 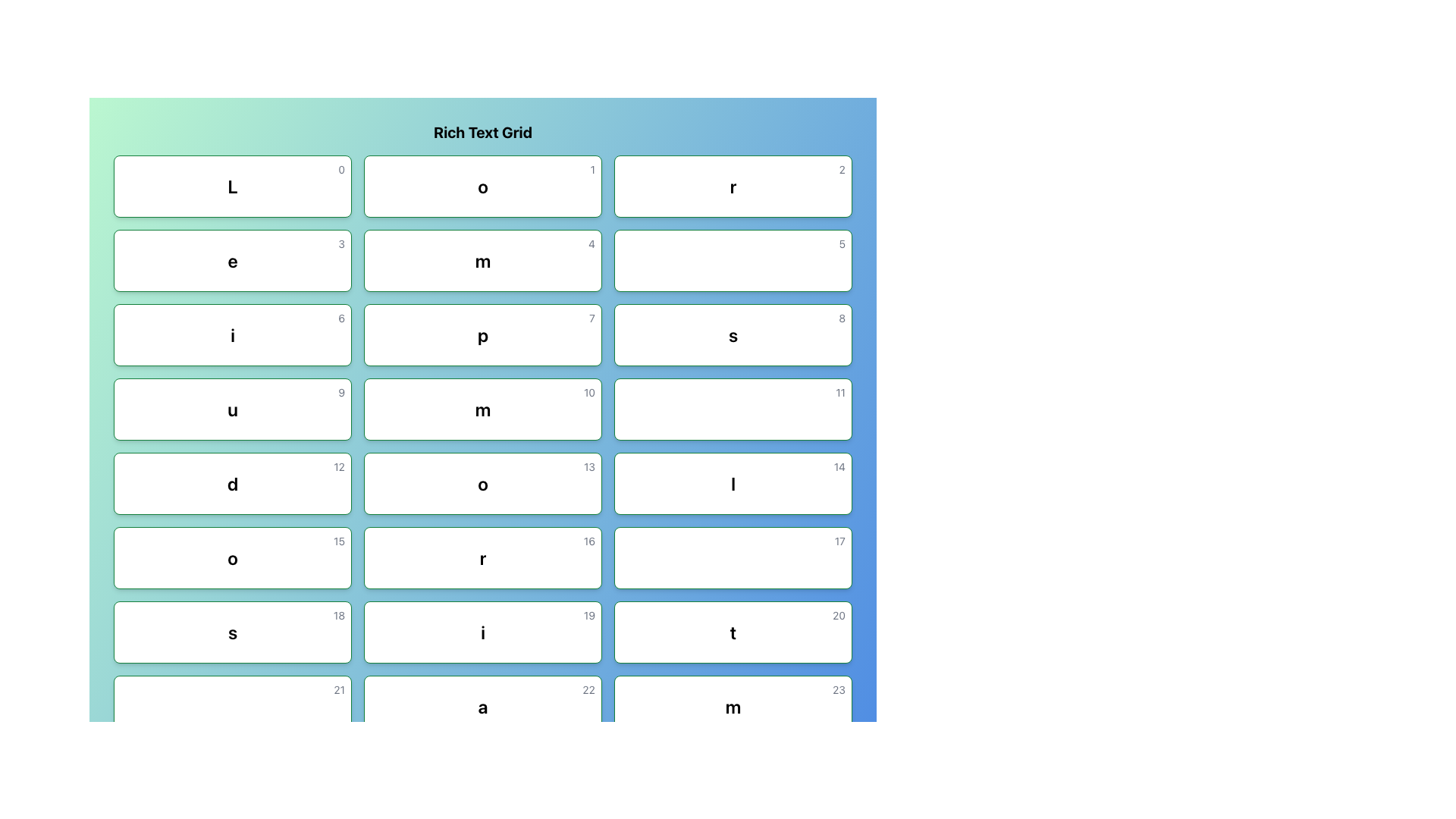 What do you see at coordinates (232, 409) in the screenshot?
I see `the text label displaying a single character in the grid layout, located at the center of a card towards the top-left` at bounding box center [232, 409].